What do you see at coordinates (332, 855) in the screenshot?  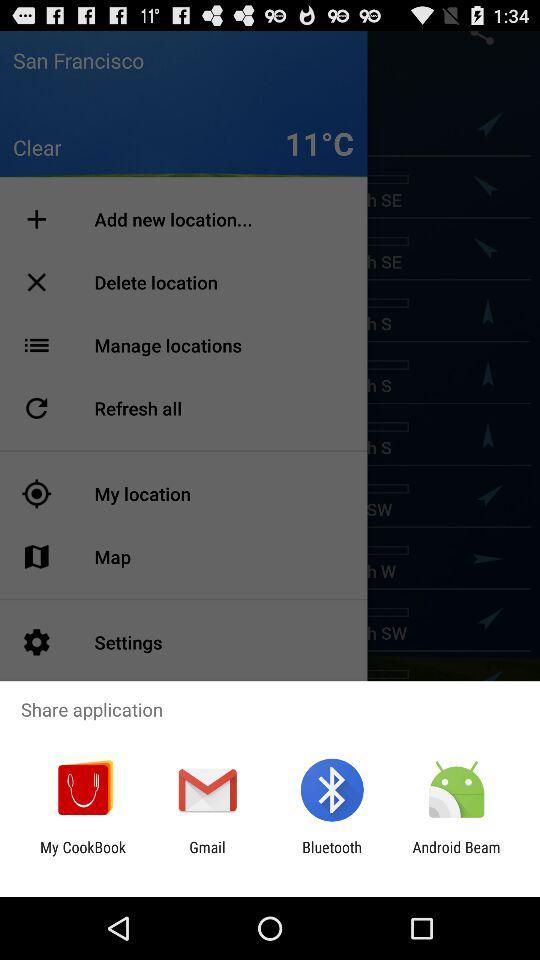 I see `app next to the gmail` at bounding box center [332, 855].